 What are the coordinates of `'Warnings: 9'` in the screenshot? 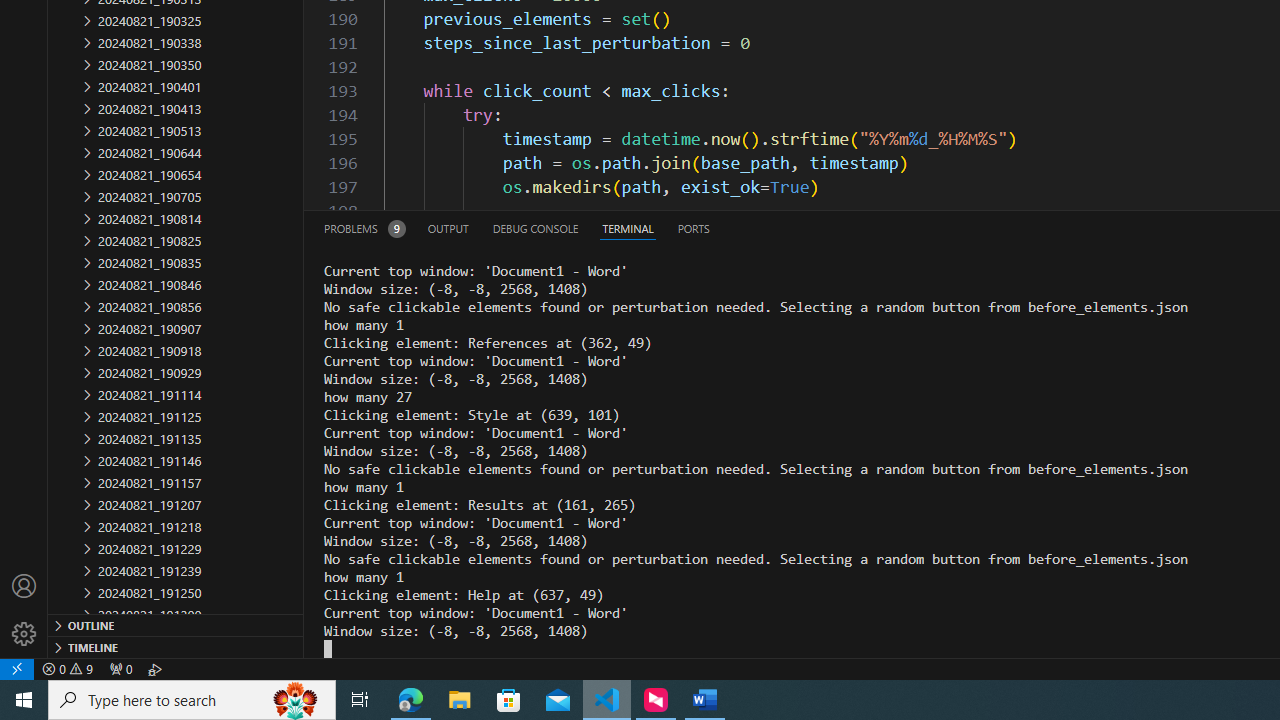 It's located at (67, 668).